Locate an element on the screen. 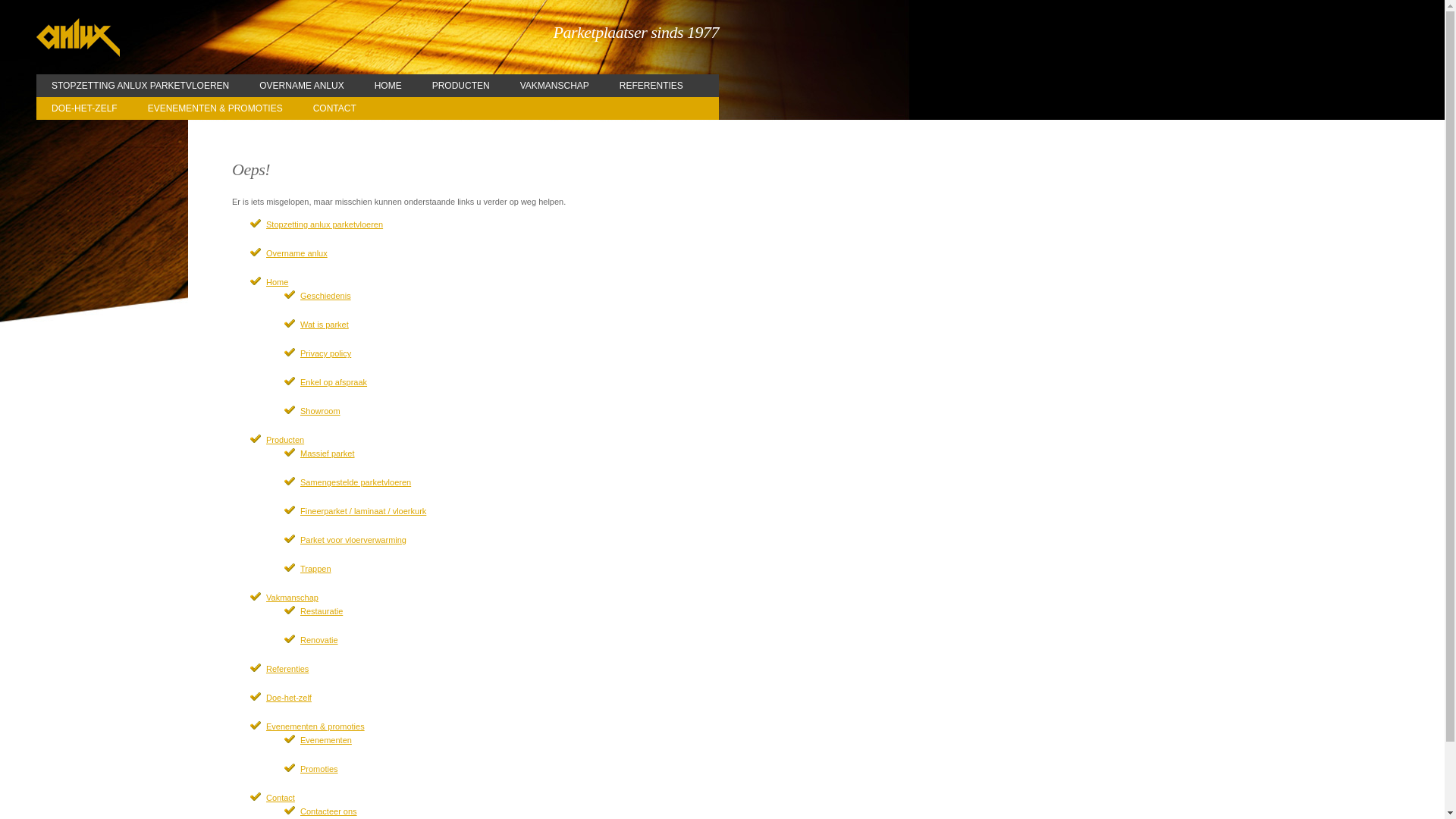 This screenshot has height=819, width=1456. 'PRODUCTEN' is located at coordinates (460, 85).